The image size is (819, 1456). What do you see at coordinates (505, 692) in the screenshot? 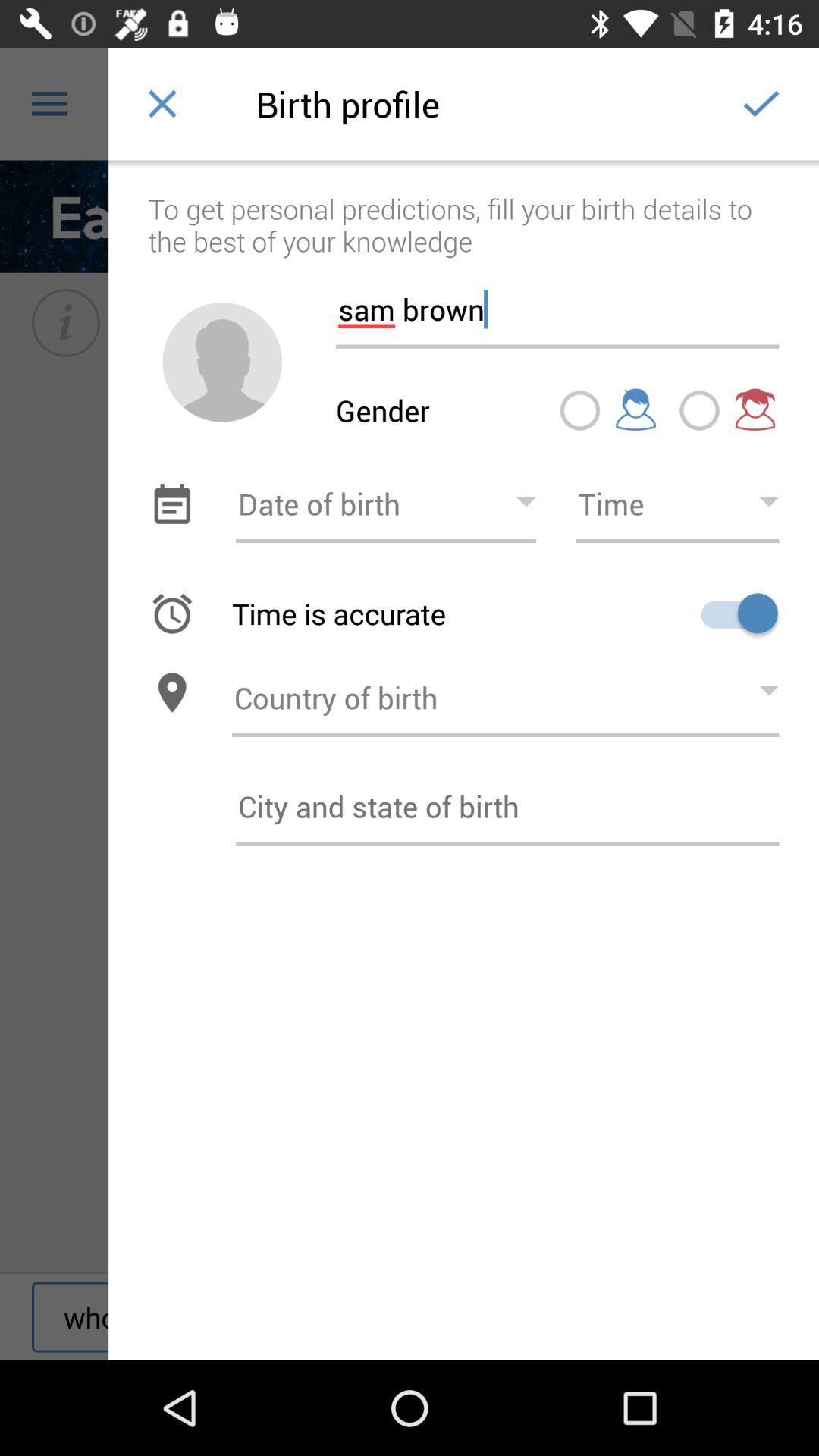
I see `birth country location` at bounding box center [505, 692].